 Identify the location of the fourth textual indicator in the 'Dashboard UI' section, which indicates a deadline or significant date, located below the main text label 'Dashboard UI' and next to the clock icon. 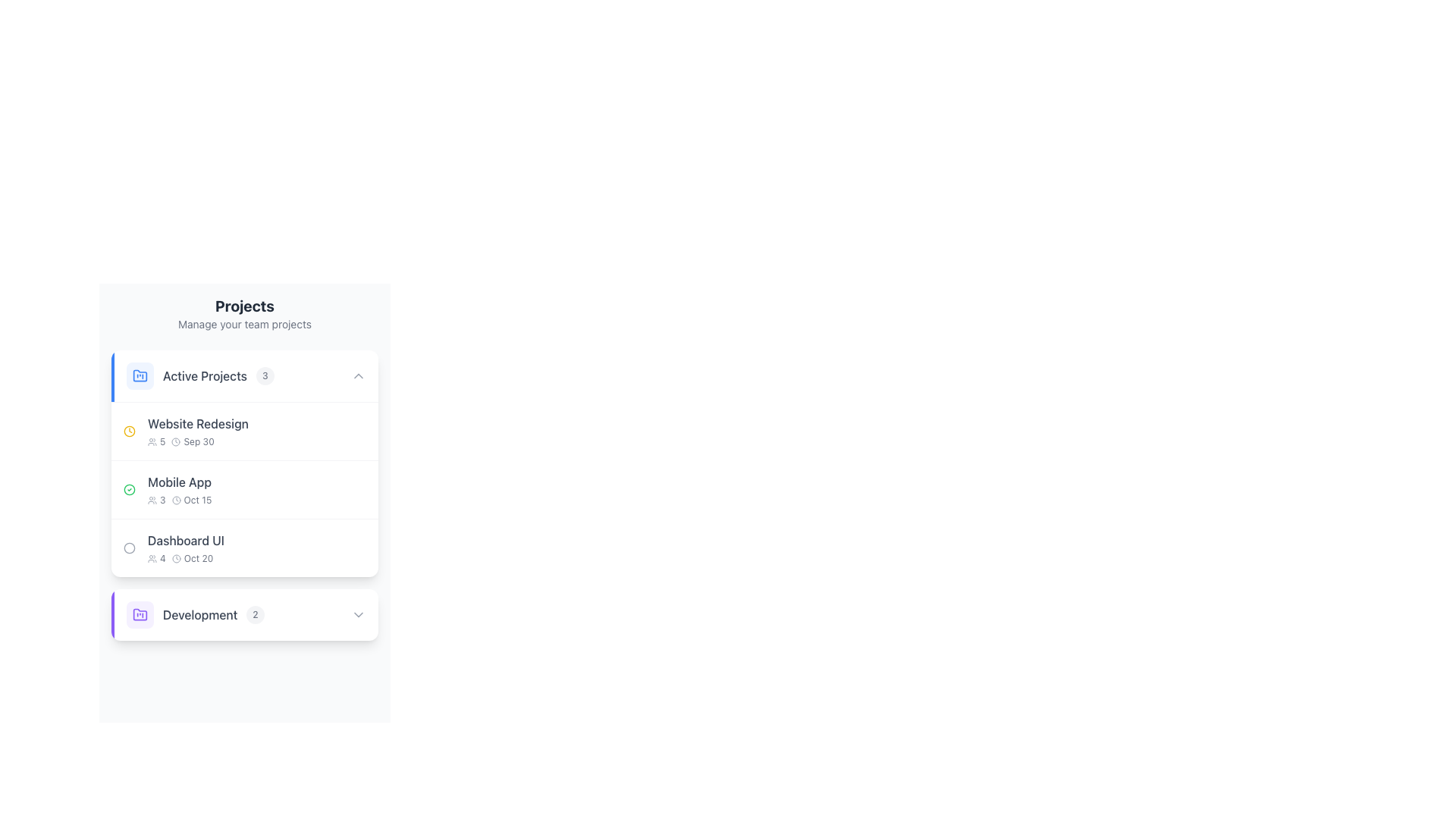
(185, 558).